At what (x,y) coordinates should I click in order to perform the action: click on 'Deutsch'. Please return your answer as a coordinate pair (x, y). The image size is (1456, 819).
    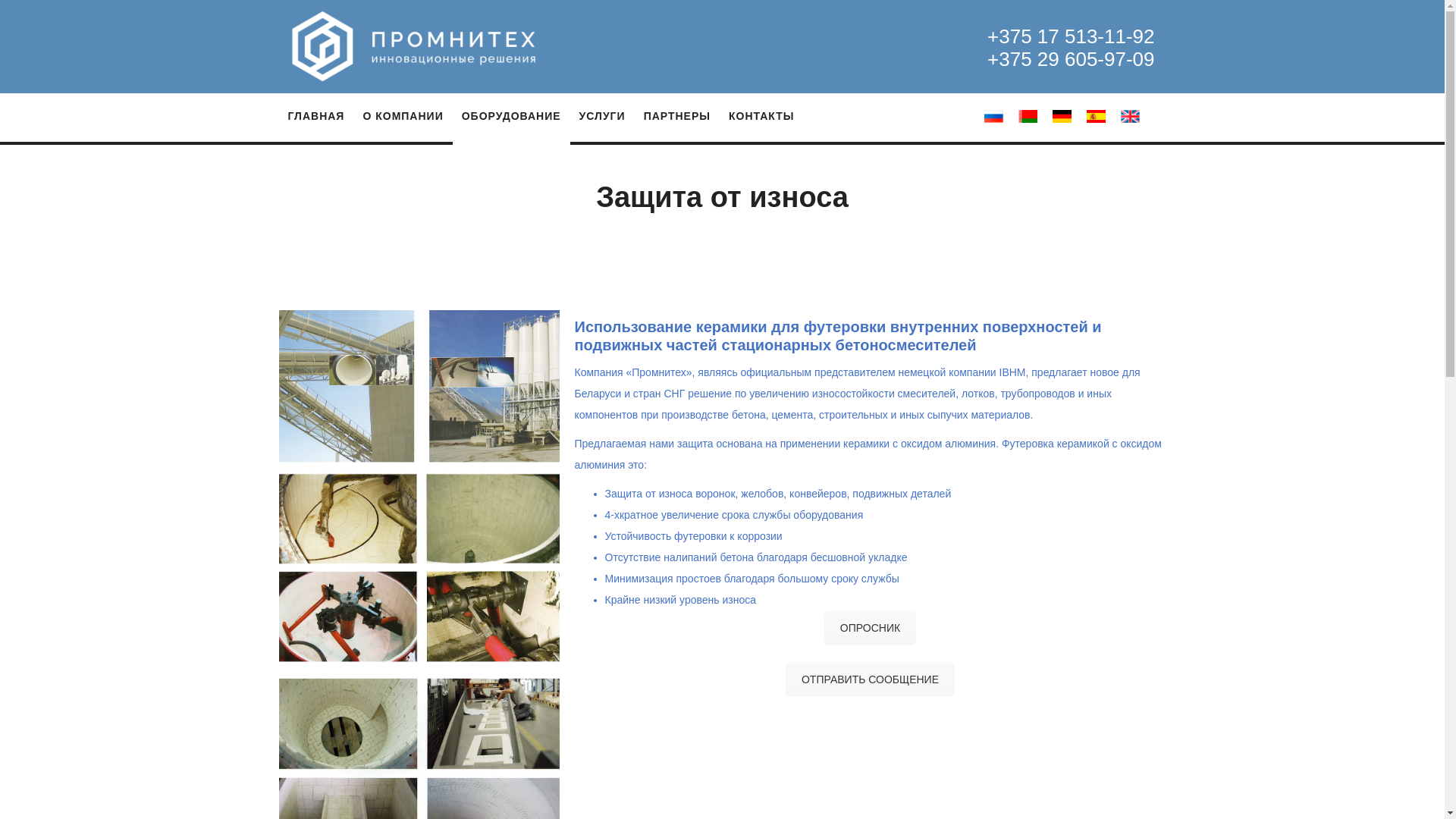
    Looking at the image, I should click on (1051, 115).